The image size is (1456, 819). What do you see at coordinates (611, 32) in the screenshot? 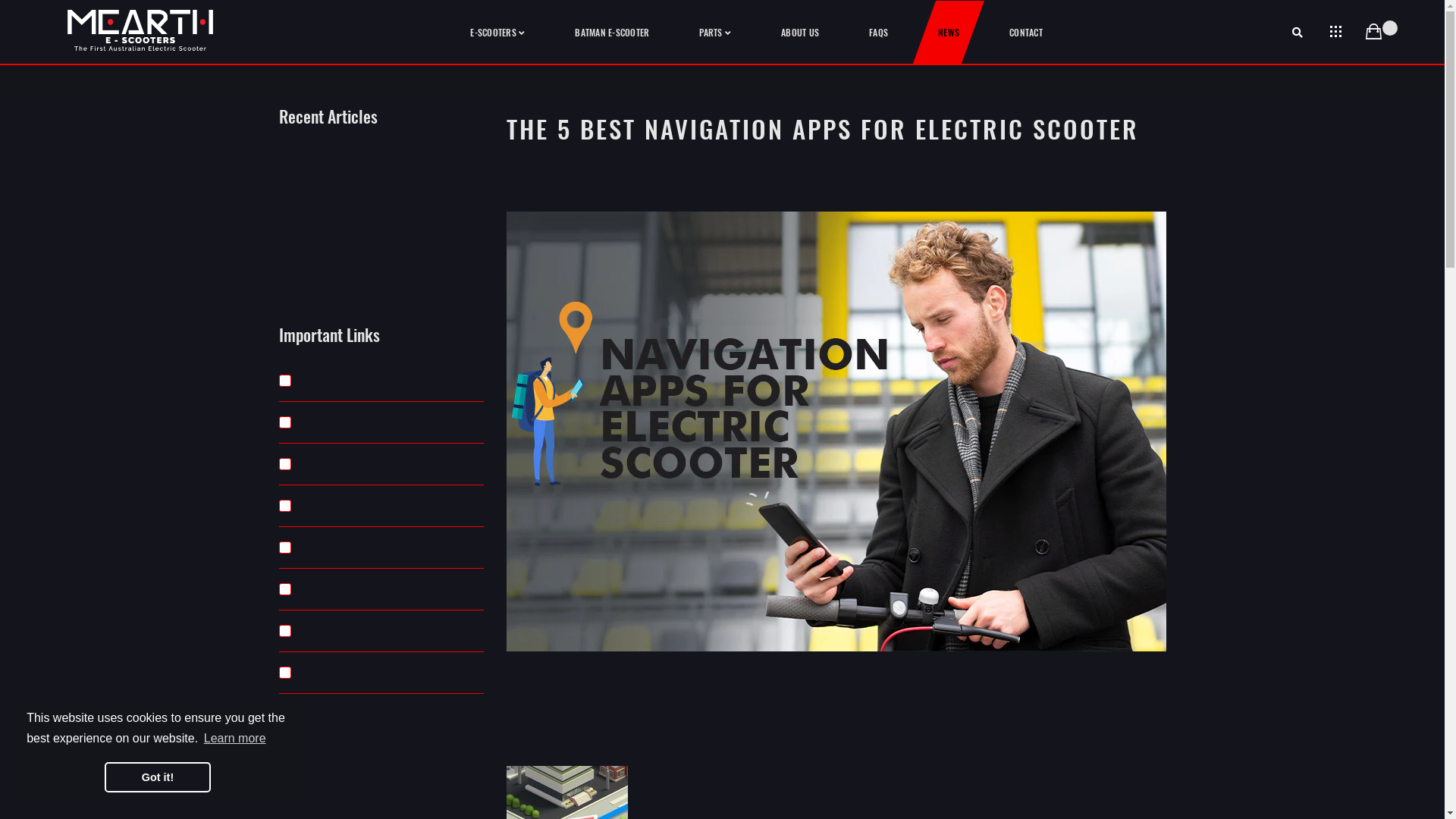
I see `'BATMAN E-SCOOTER'` at bounding box center [611, 32].